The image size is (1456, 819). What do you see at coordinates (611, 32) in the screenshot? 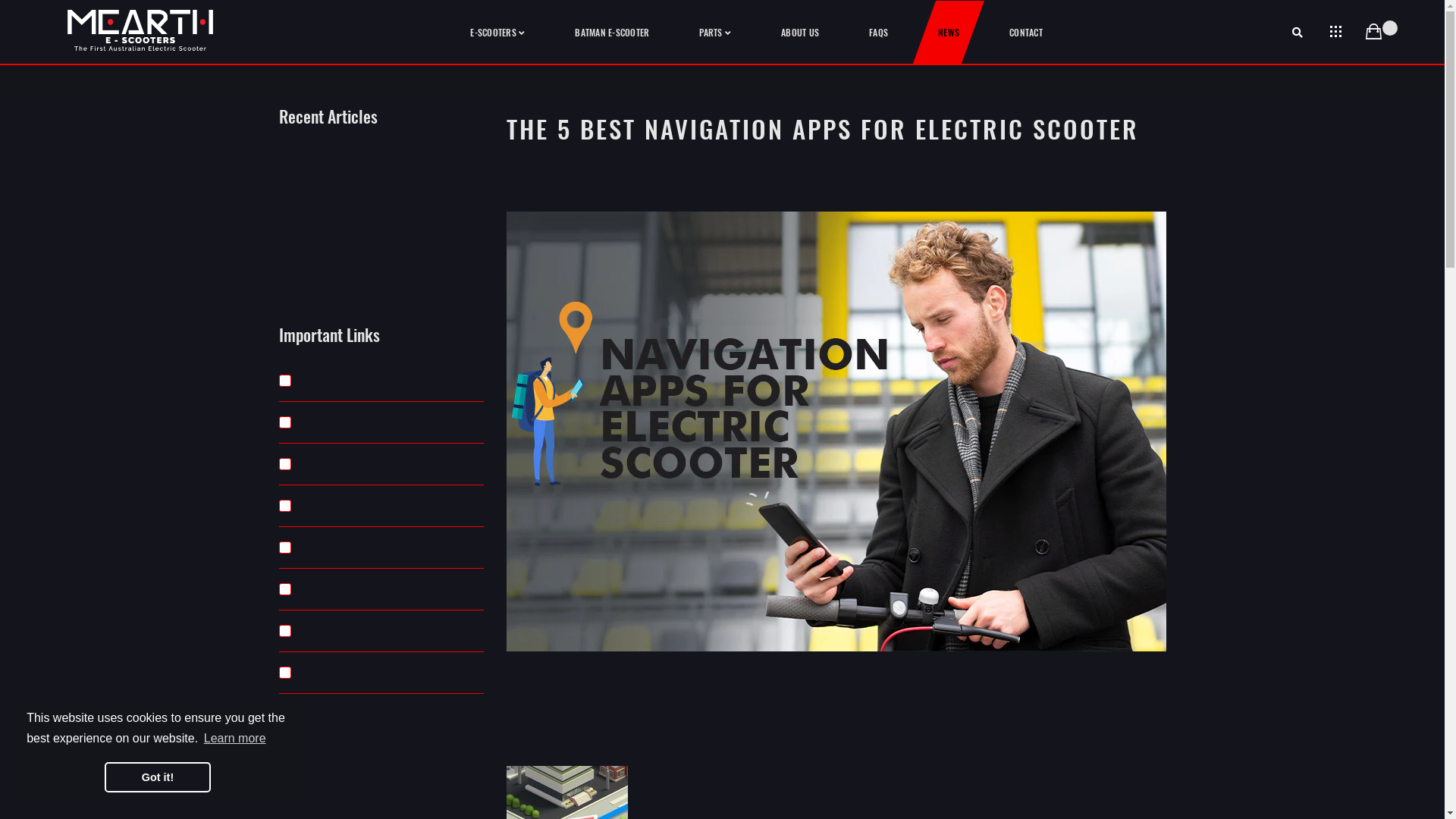
I see `'BATMAN E-SCOOTER'` at bounding box center [611, 32].